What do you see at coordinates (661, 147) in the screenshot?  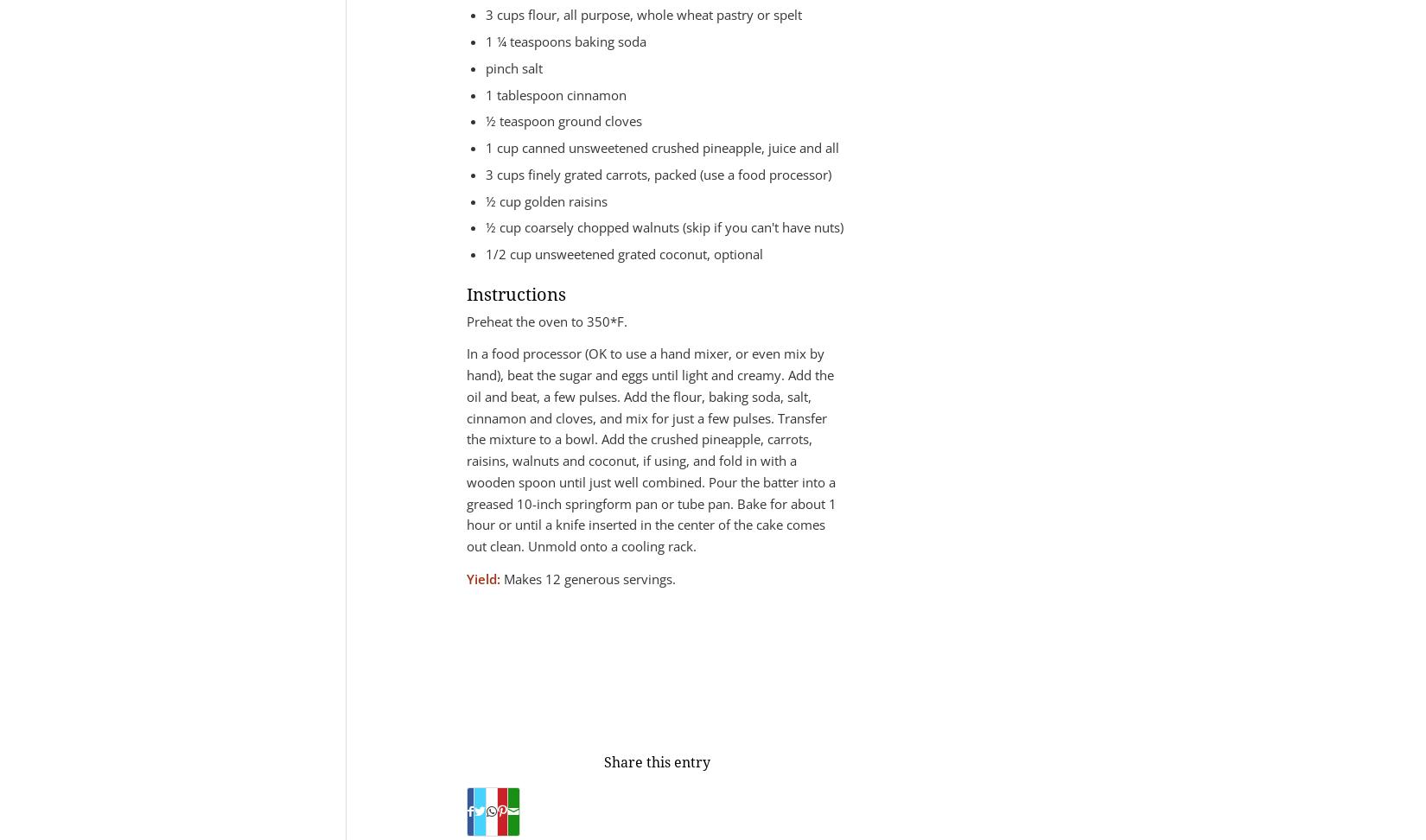 I see `'1 cup canned unsweetened crushed pineapple, juice and all'` at bounding box center [661, 147].